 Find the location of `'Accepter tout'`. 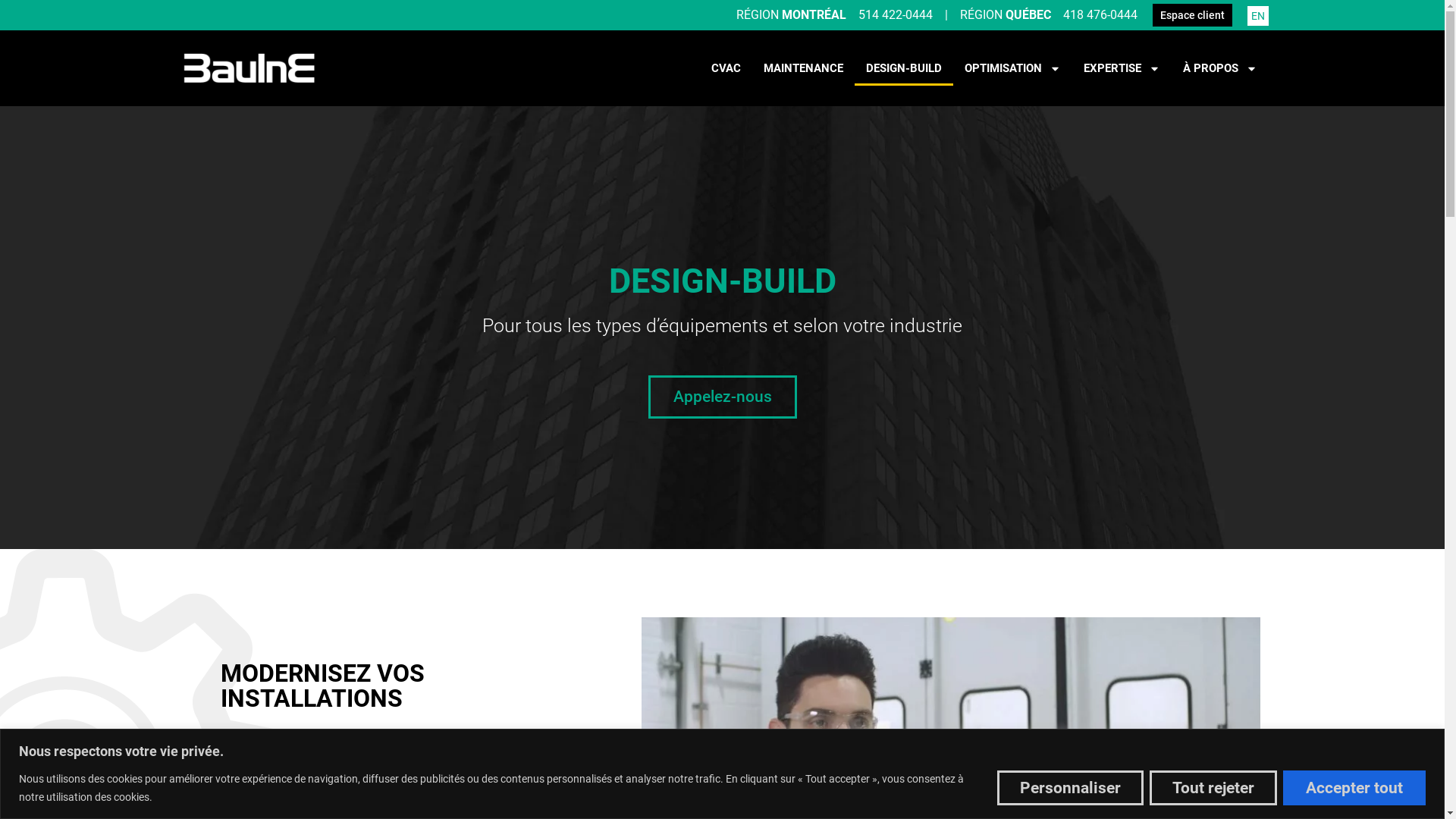

'Accepter tout' is located at coordinates (1282, 786).